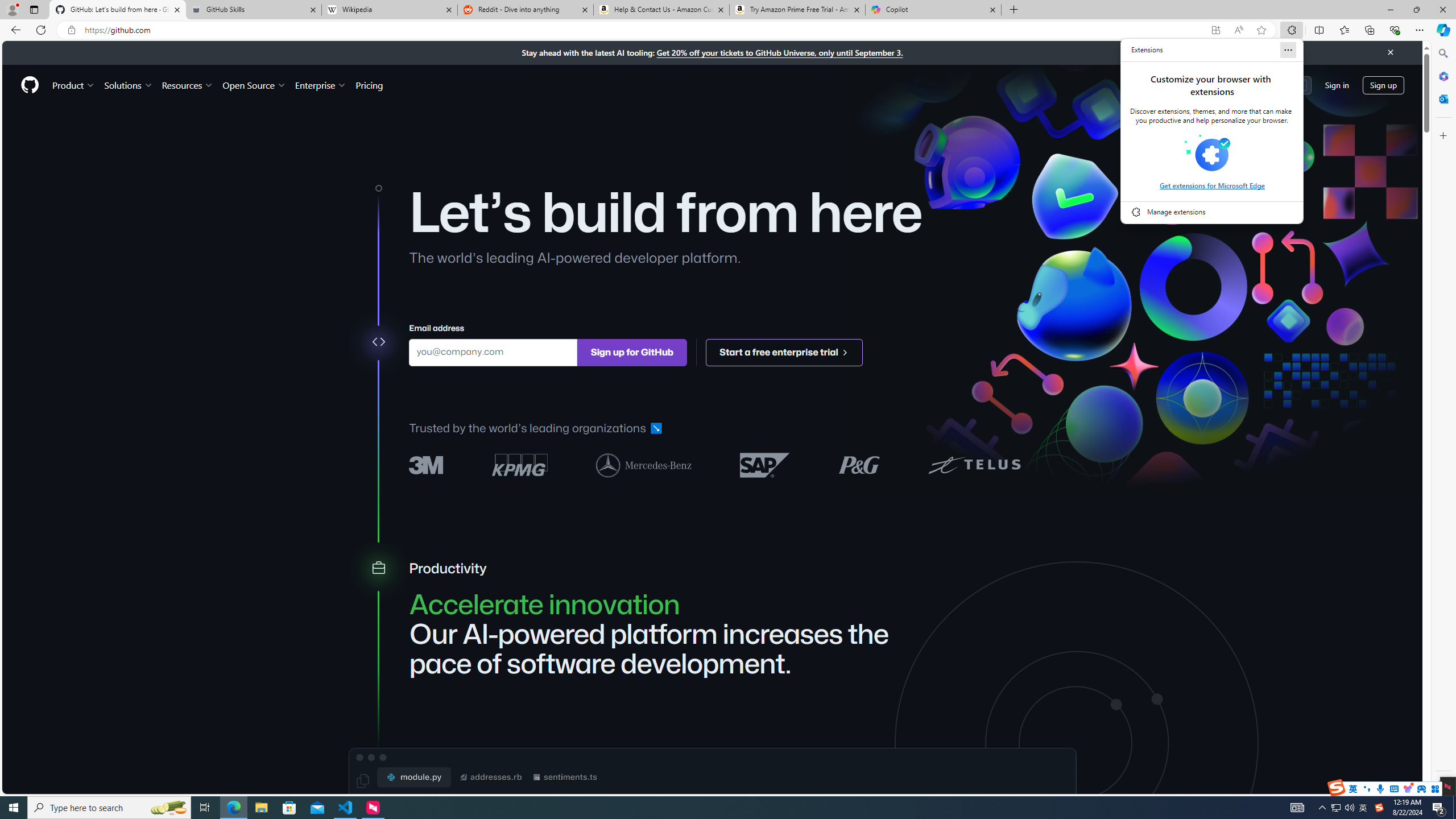 This screenshot has height=819, width=1456. Describe the element at coordinates (345, 806) in the screenshot. I see `'Visual Studio Code - 1 running window'` at that location.